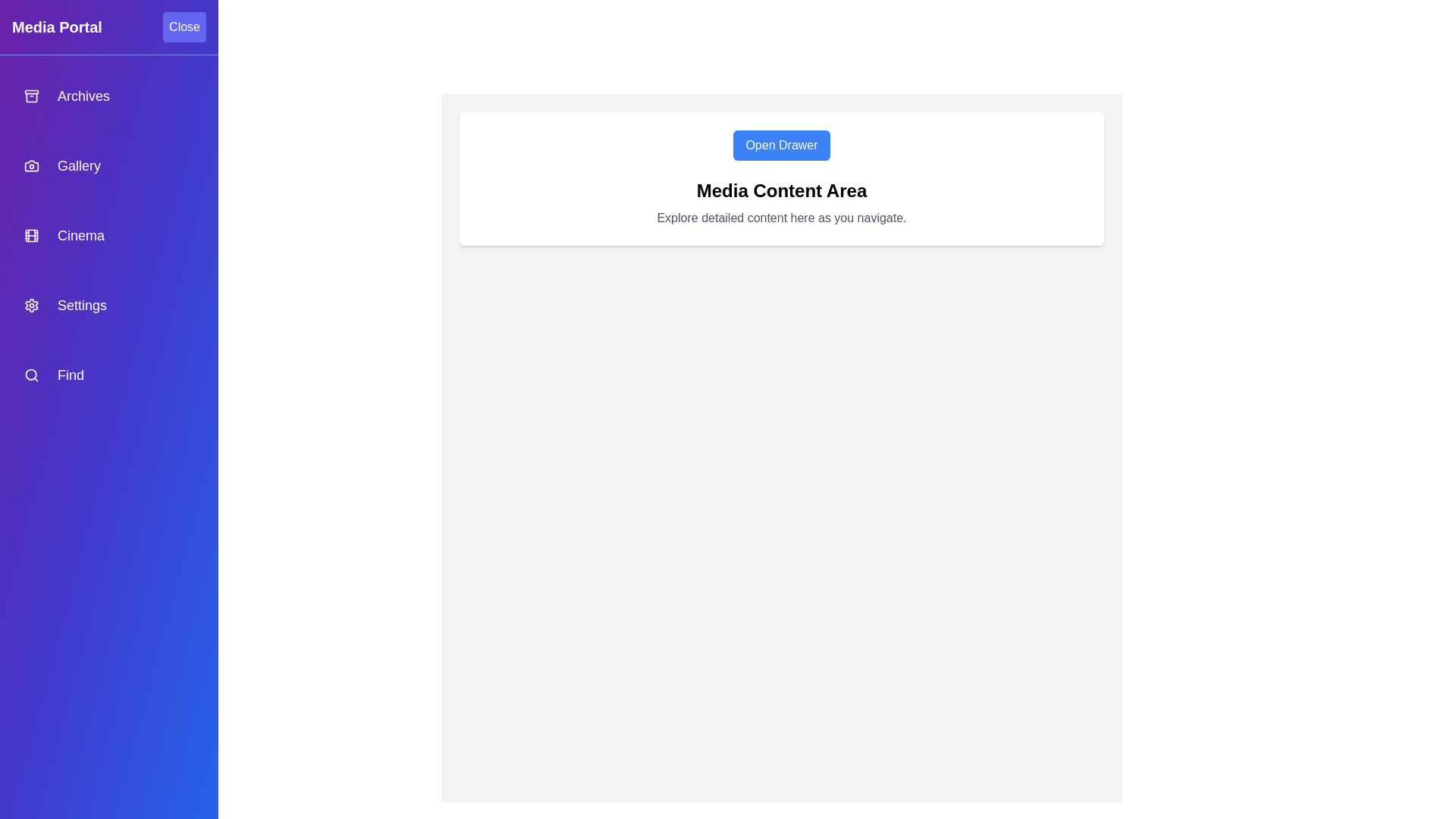  What do you see at coordinates (108, 96) in the screenshot?
I see `the navigation item Archives` at bounding box center [108, 96].